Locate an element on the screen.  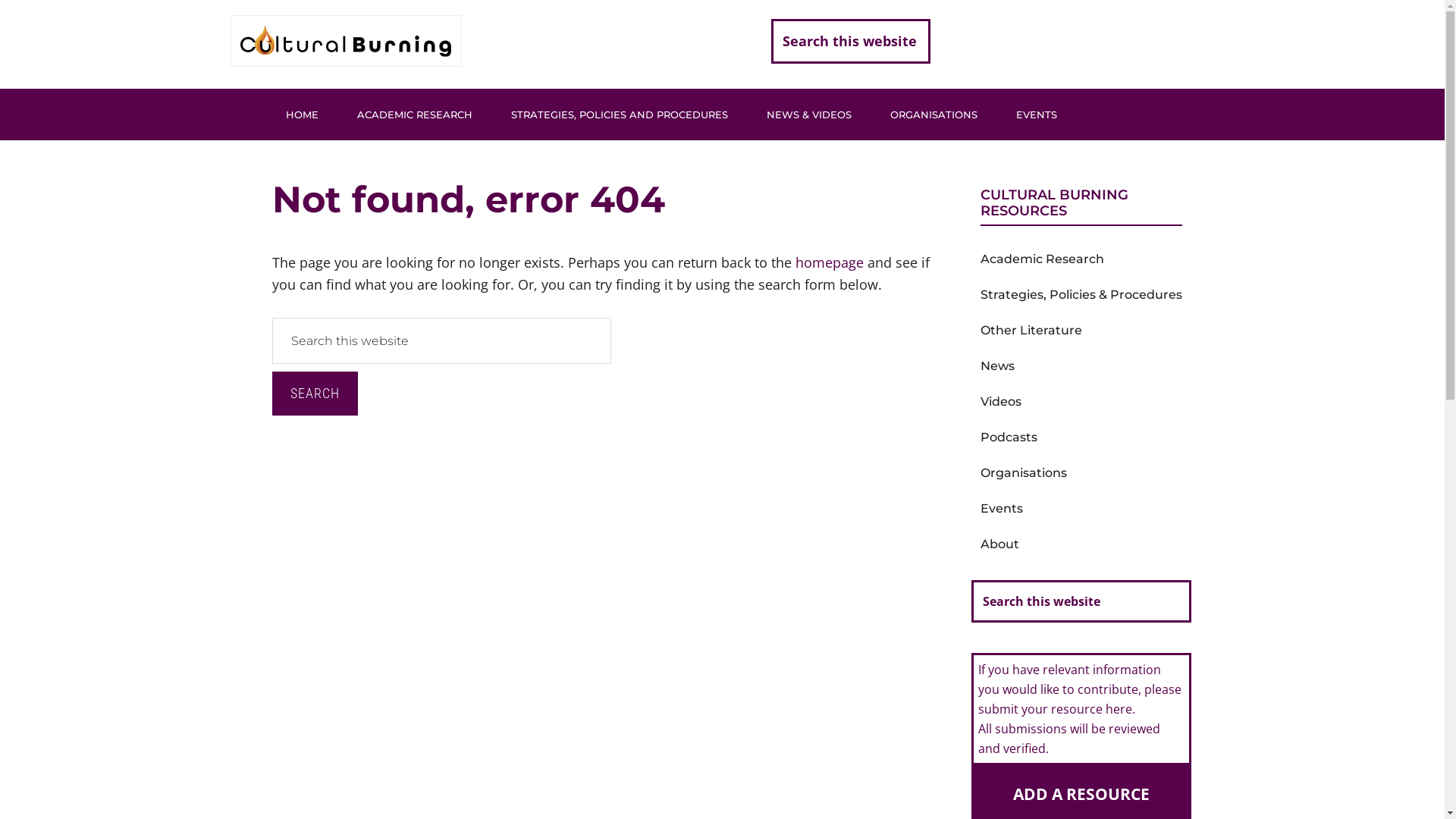
'homepage' is located at coordinates (828, 262).